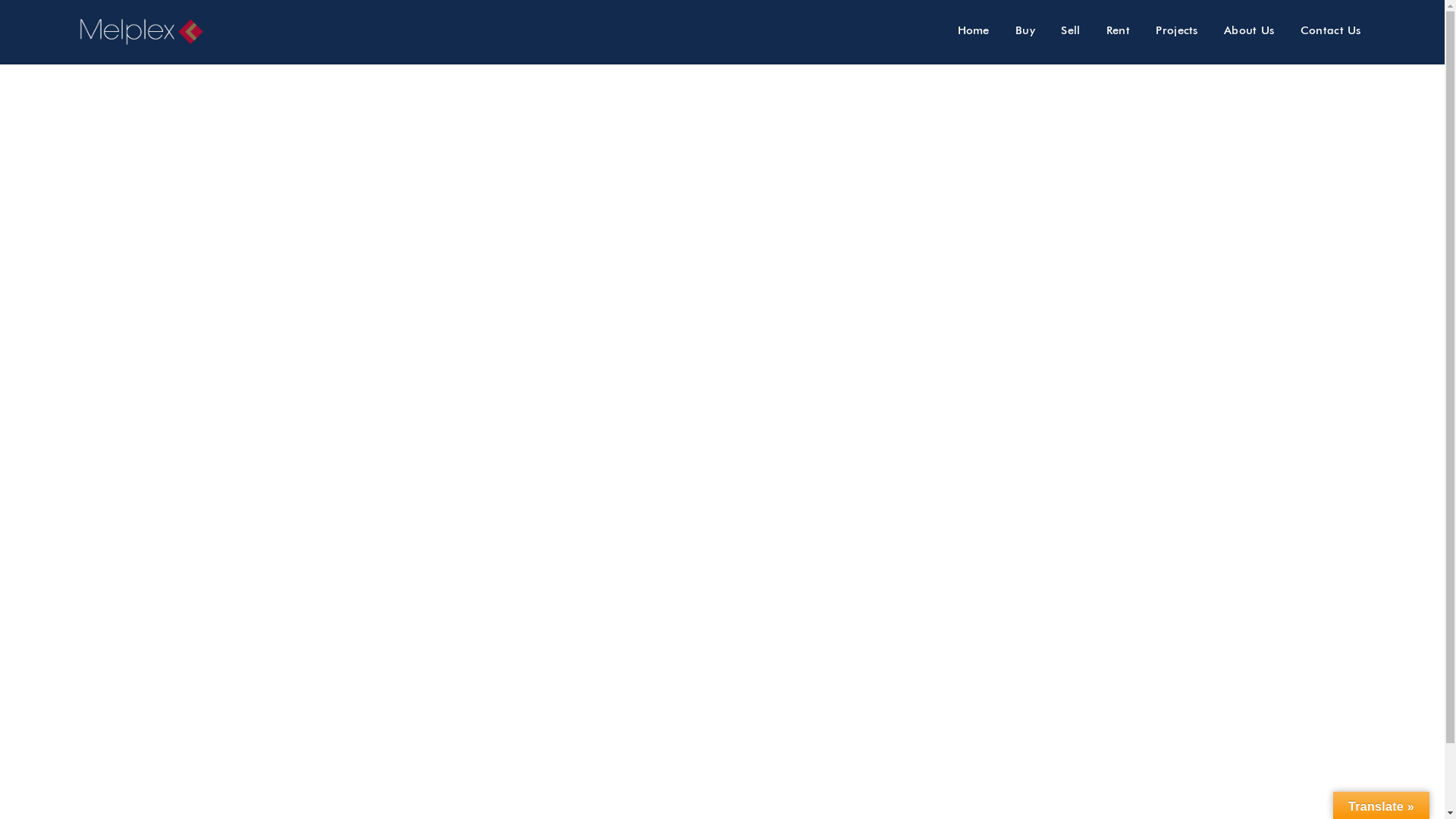  Describe the element at coordinates (148, 32) in the screenshot. I see `'Melplex - '` at that location.